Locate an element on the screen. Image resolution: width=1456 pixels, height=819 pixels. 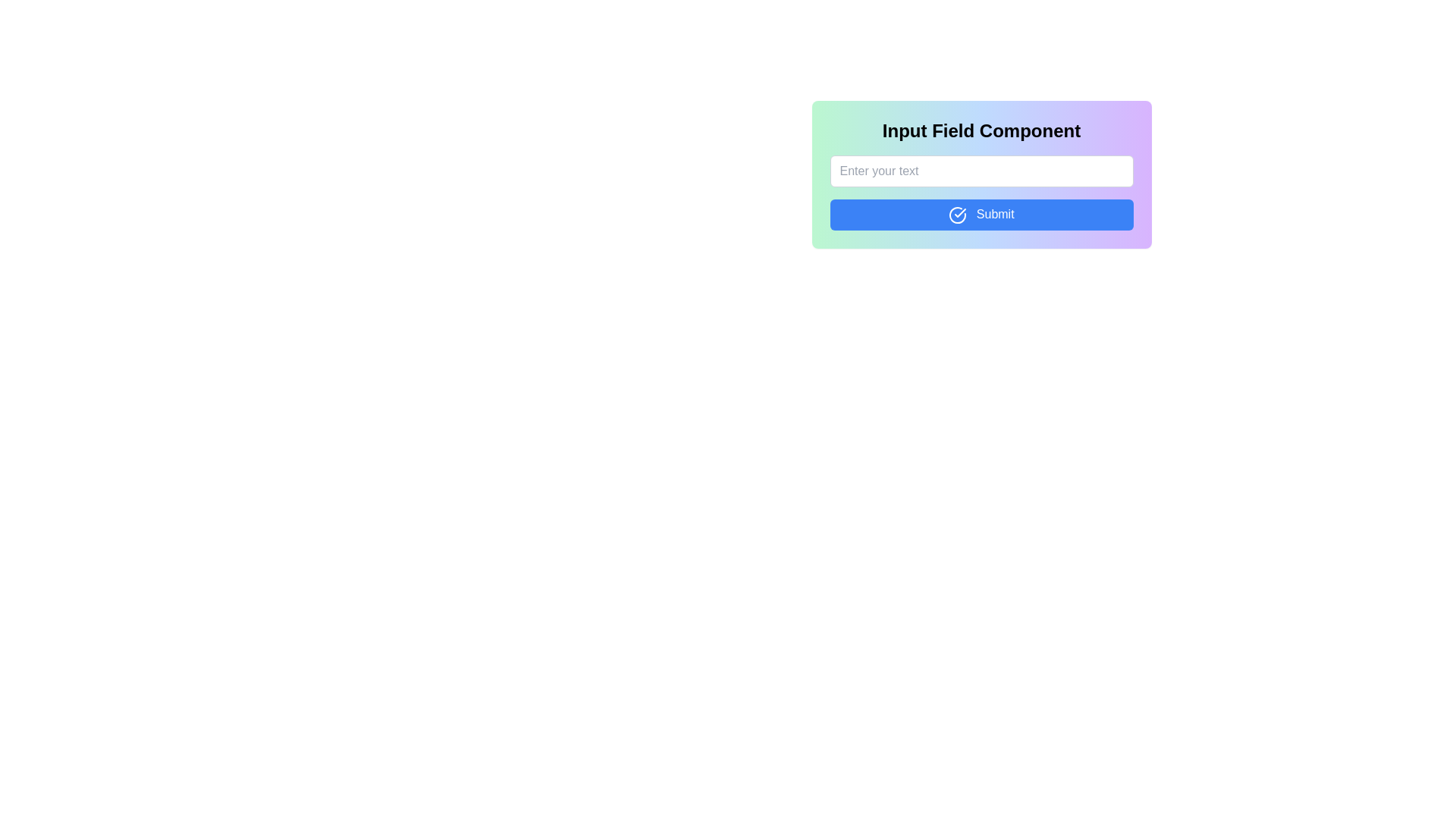
the 'Submit' button in the 'Input Field Component' composite form is located at coordinates (981, 237).